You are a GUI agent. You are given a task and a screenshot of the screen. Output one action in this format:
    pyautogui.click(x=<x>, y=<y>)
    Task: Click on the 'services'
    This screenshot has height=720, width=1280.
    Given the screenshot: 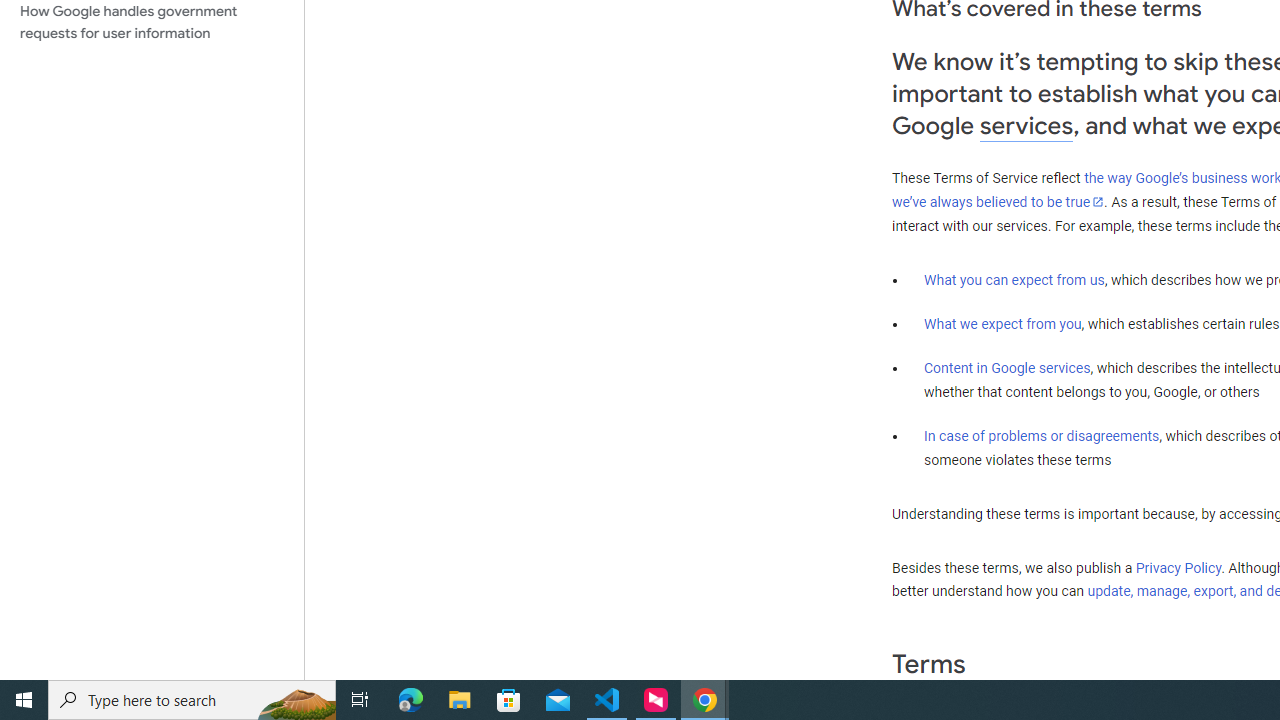 What is the action you would take?
    pyautogui.click(x=1026, y=125)
    